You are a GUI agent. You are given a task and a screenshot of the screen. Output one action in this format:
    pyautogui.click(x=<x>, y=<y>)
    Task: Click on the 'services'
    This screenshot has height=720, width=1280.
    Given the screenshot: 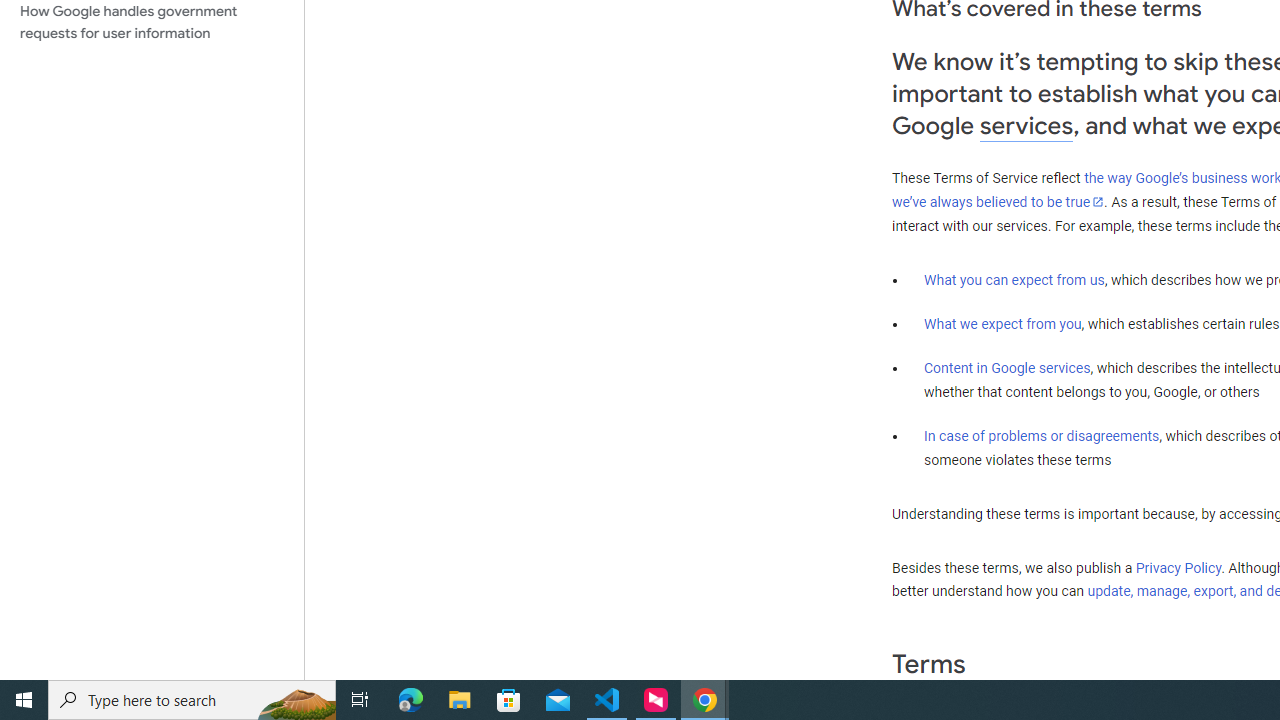 What is the action you would take?
    pyautogui.click(x=1026, y=125)
    